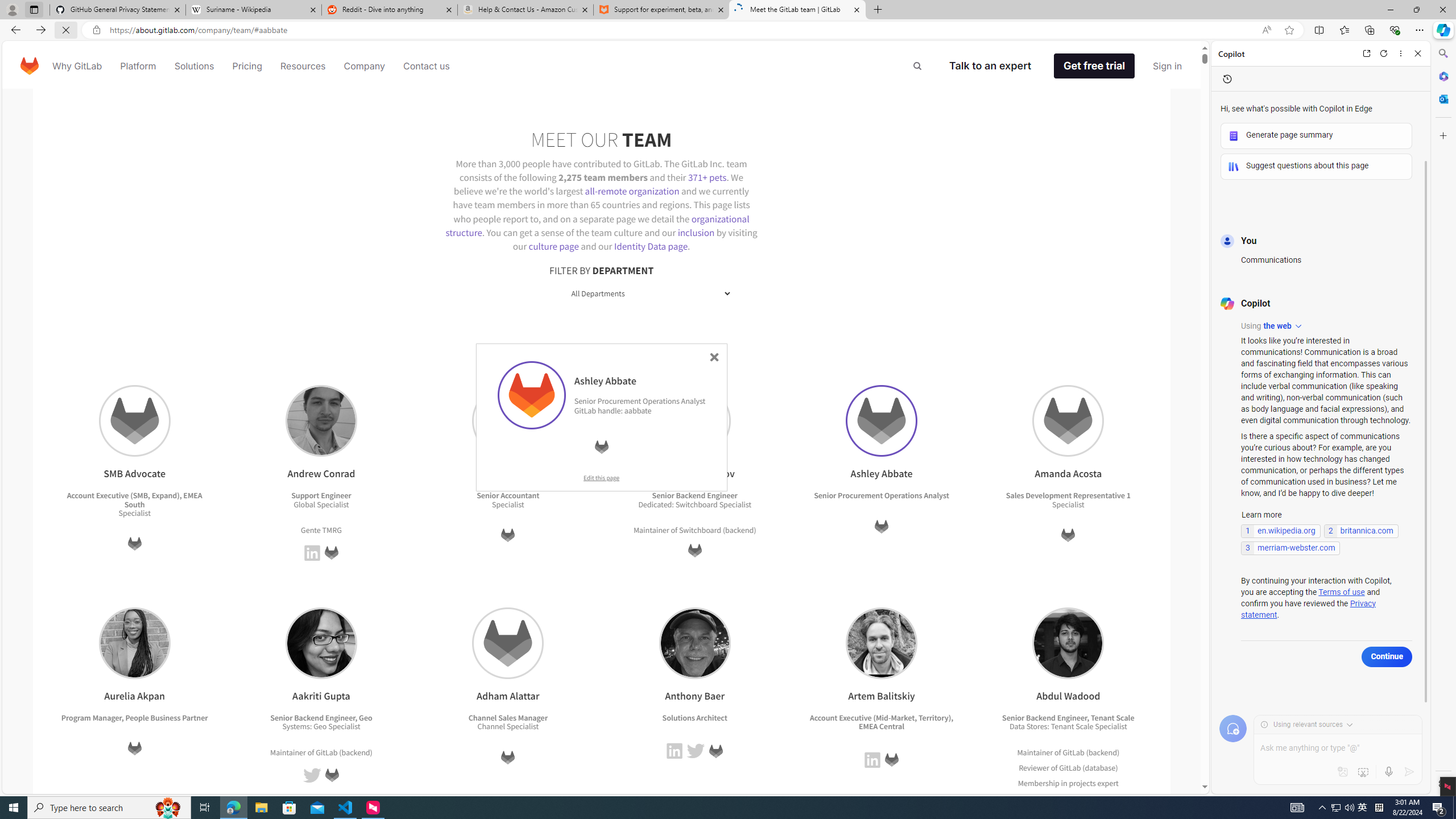 The height and width of the screenshot is (819, 1456). Describe the element at coordinates (76, 65) in the screenshot. I see `'Why GitLab'` at that location.